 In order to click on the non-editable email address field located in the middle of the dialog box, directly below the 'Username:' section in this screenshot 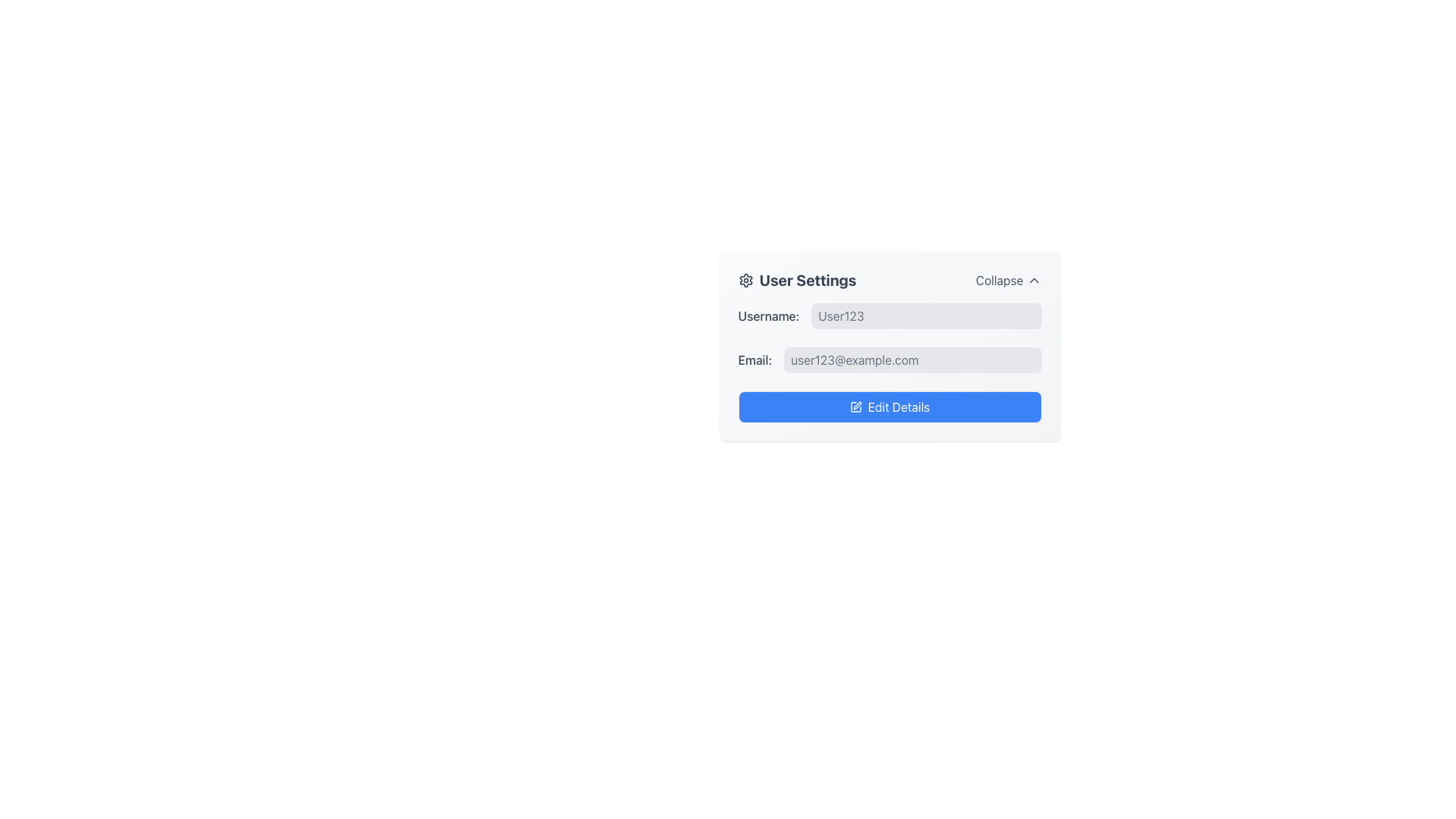, I will do `click(890, 359)`.